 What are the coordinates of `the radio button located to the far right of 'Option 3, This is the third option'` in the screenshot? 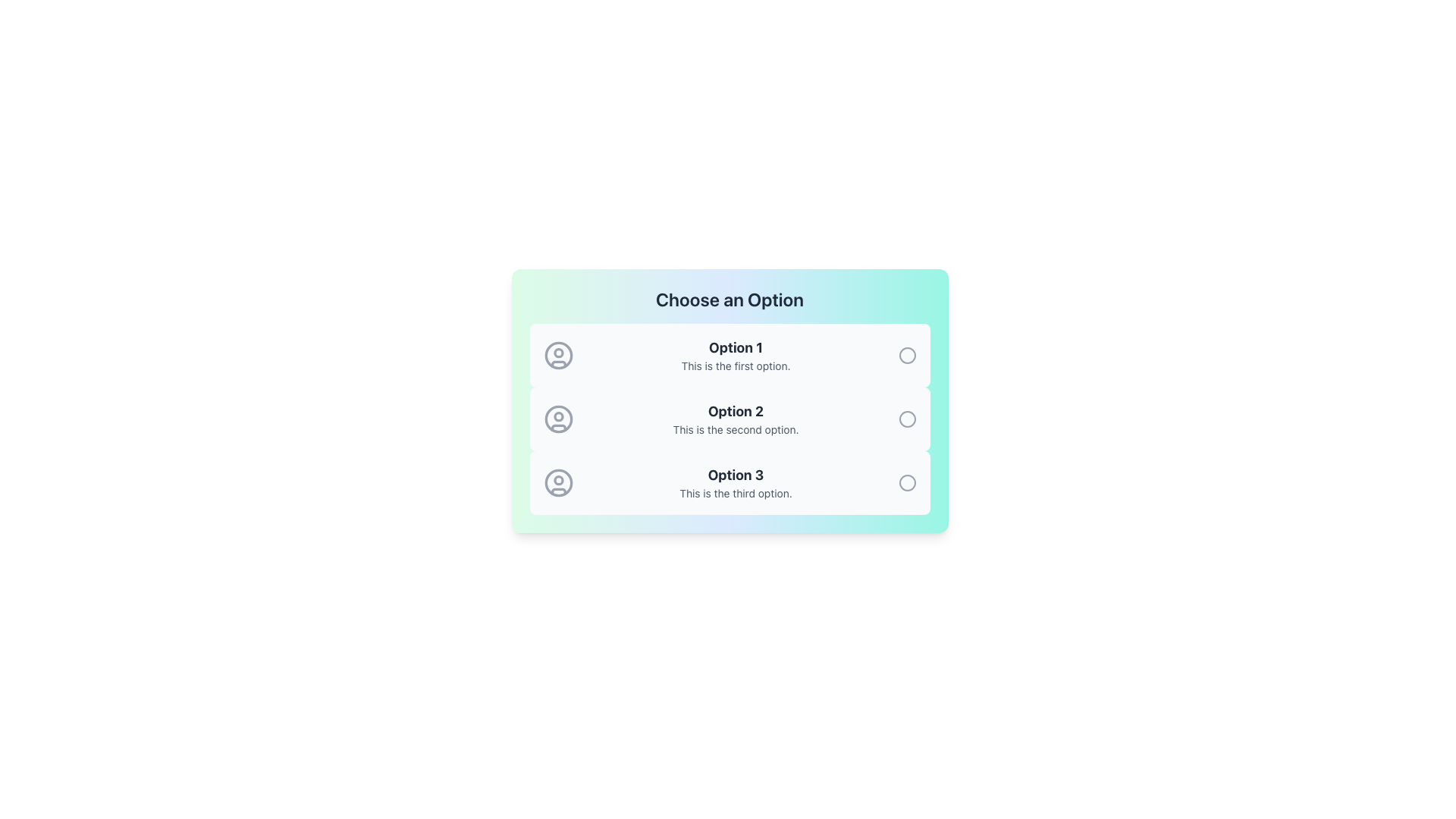 It's located at (907, 482).